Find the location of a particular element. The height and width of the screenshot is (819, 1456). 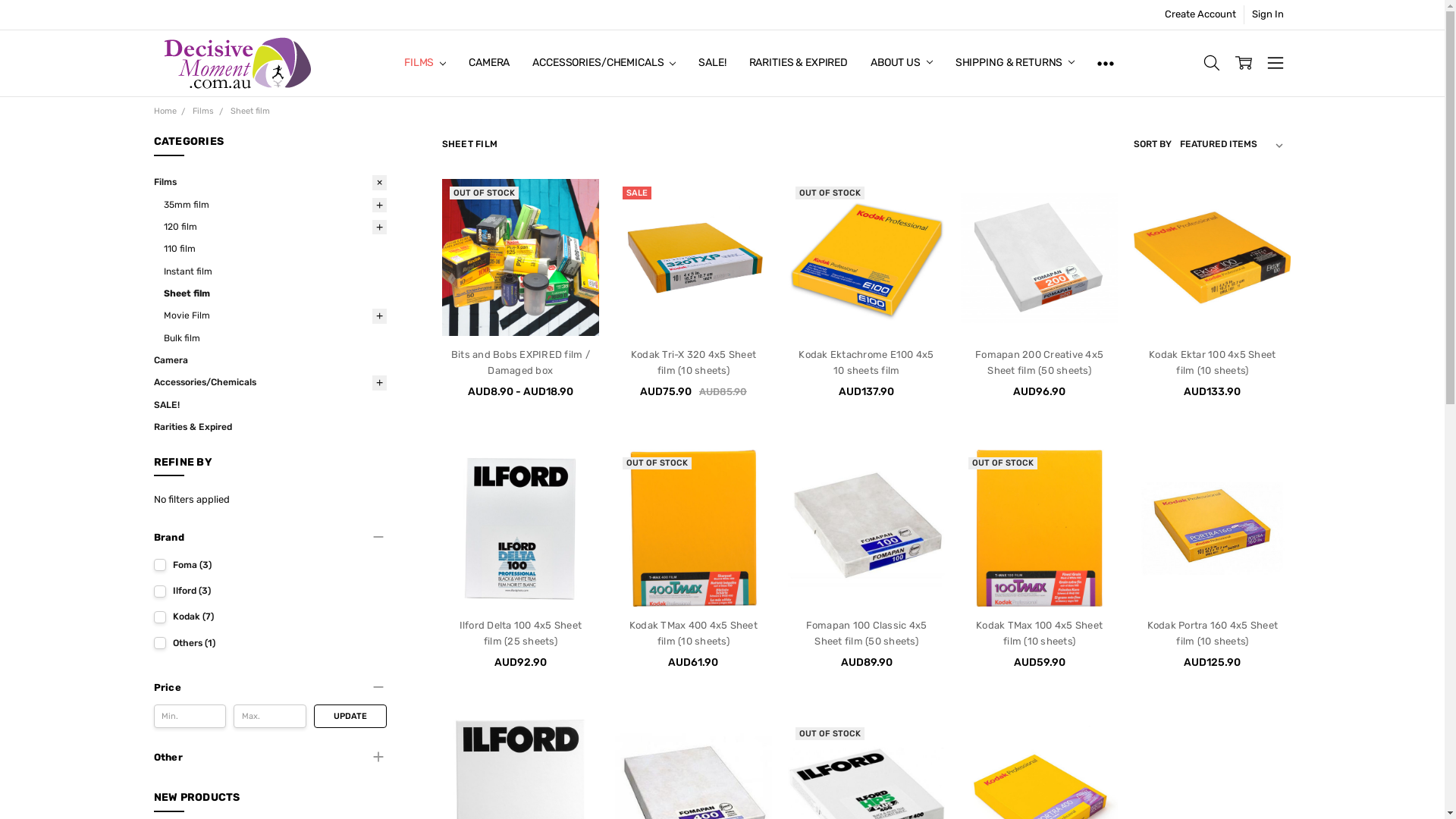

'ABOUT US' is located at coordinates (858, 62).